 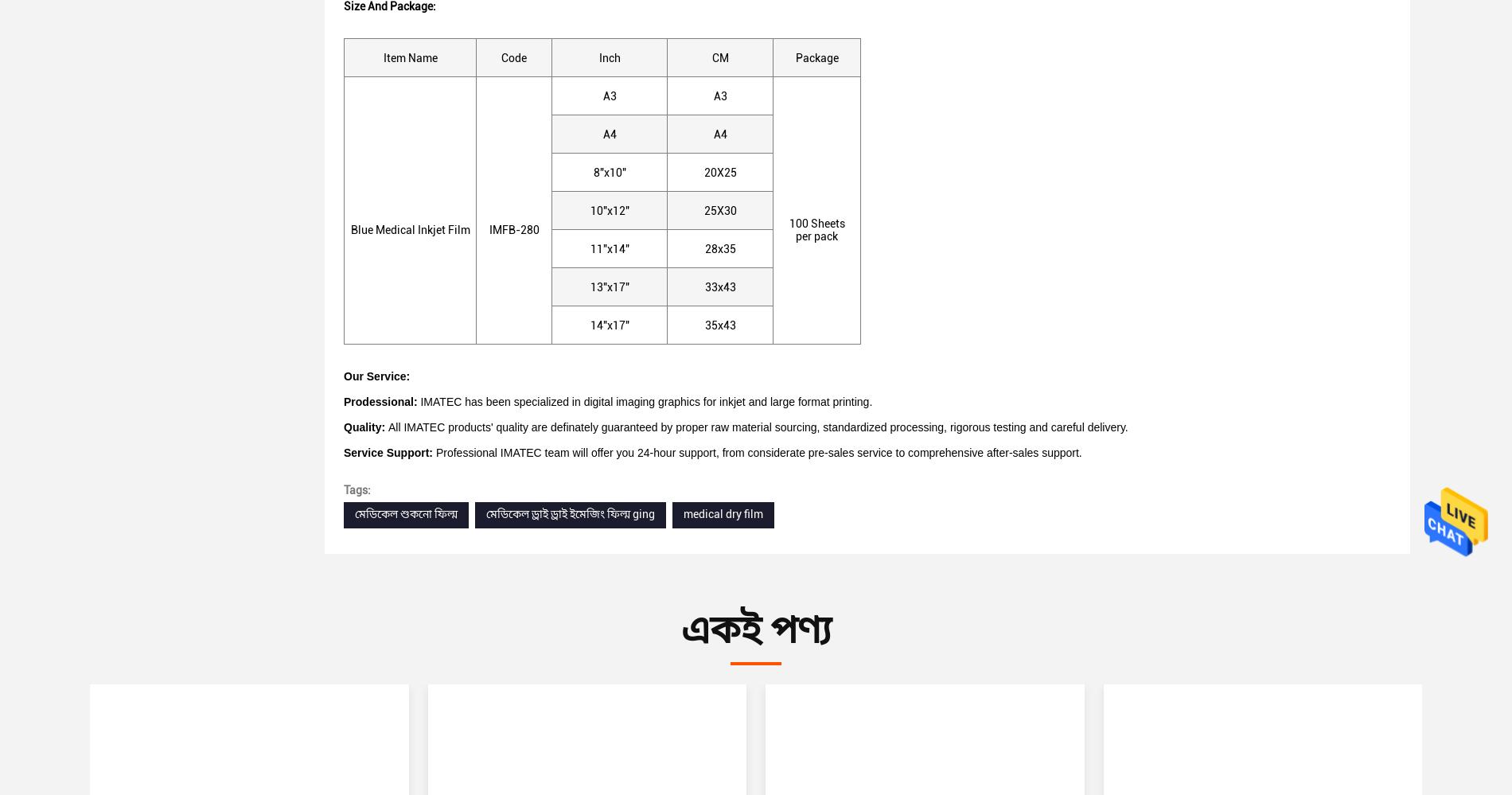 What do you see at coordinates (816, 57) in the screenshot?
I see `'Package'` at bounding box center [816, 57].